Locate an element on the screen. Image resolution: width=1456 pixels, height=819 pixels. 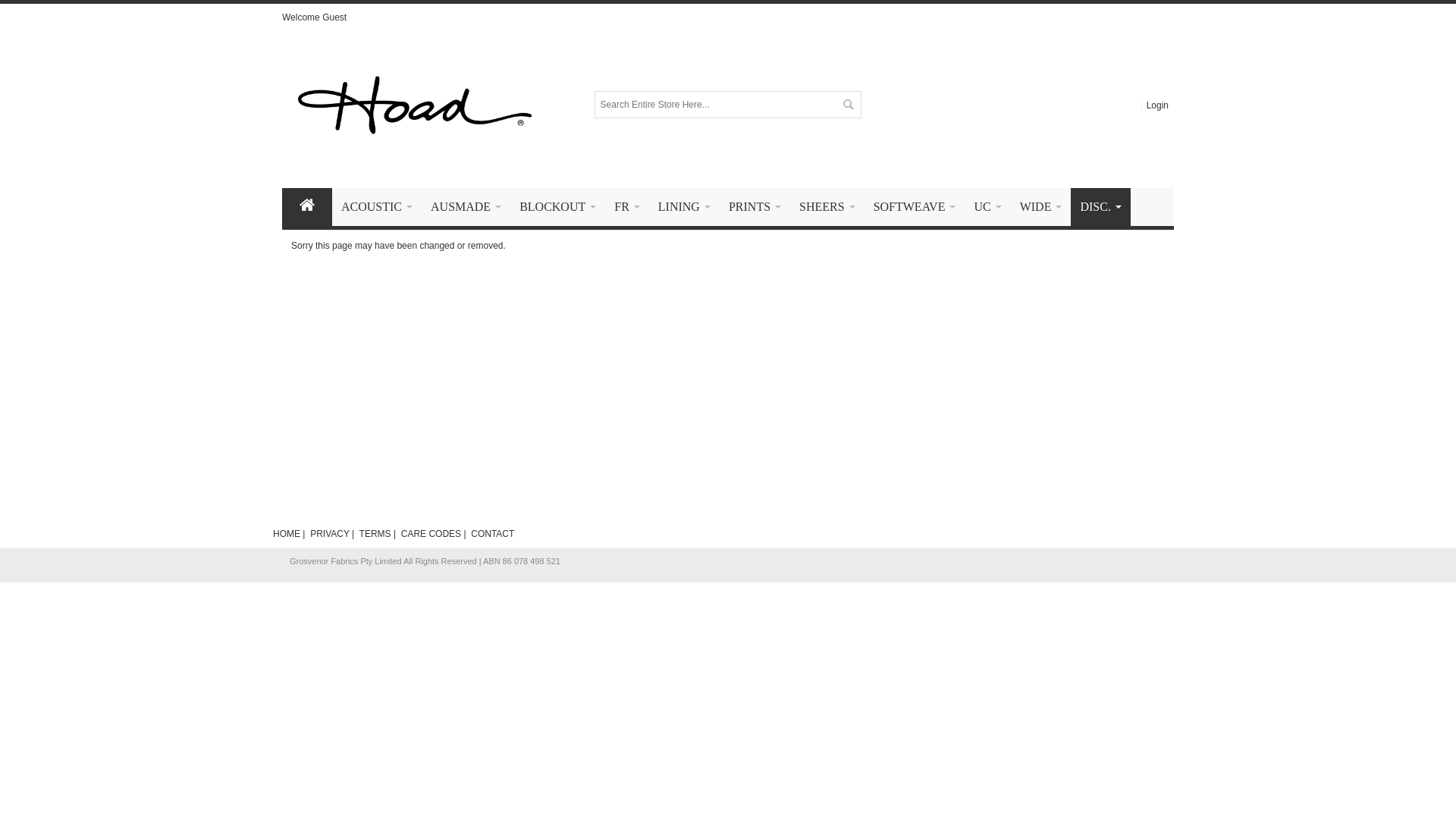
'SHEERS  ' is located at coordinates (826, 207).